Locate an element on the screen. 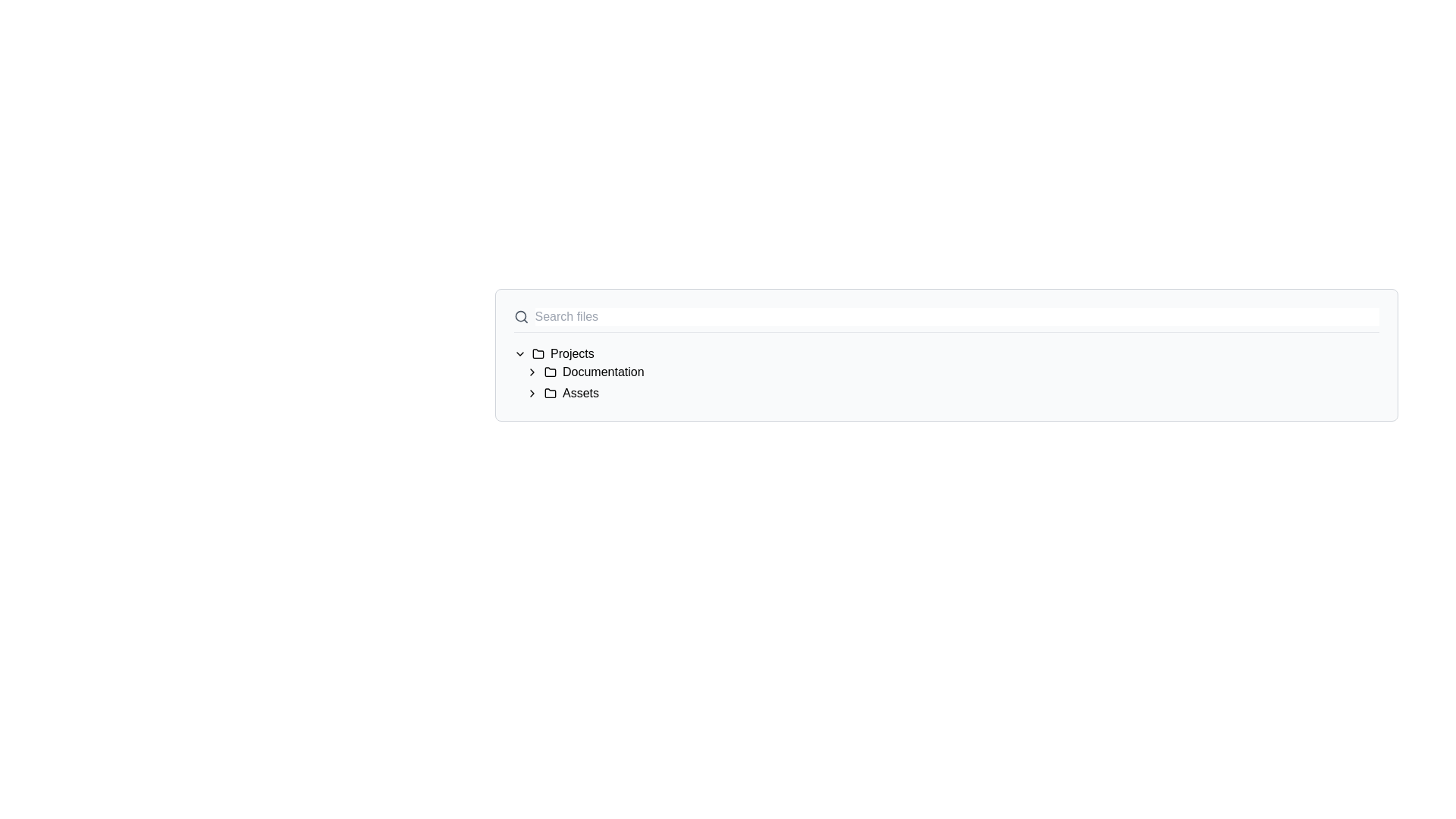 This screenshot has width=1456, height=819. the small folder icon located to the left of the 'Projects' text label, which is styled with thin, rounded lines and complements the application's theme is located at coordinates (538, 353).